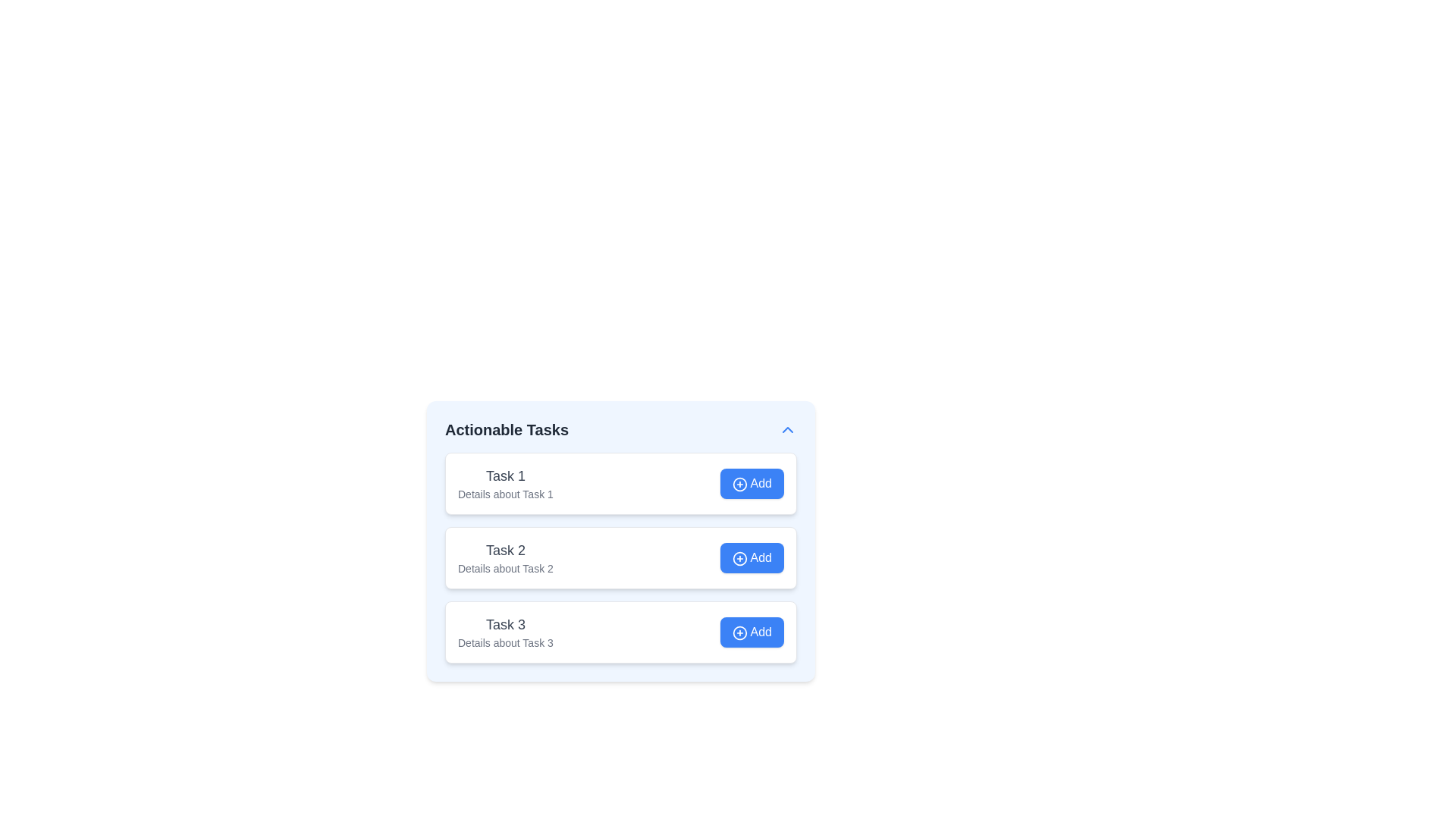 The height and width of the screenshot is (819, 1456). Describe the element at coordinates (621, 558) in the screenshot. I see `details of the task labeled 'Task 2' within the blue-bordered card titled 'Actionable Tasks', located near the center-right of the interface` at that location.